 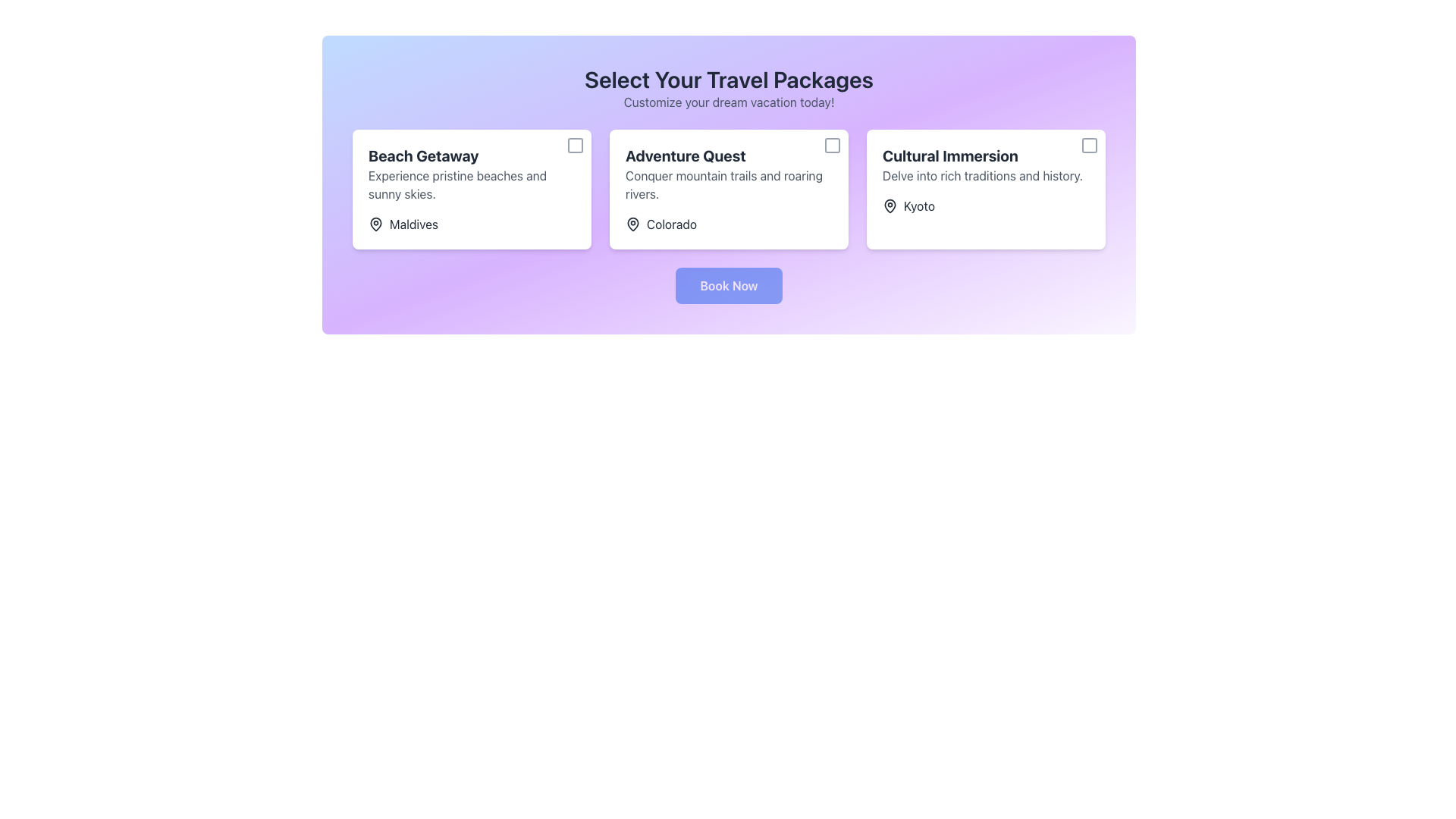 I want to click on the rightmost travel package card in the grid layout that provides information about a cultural experience in Kyoto, so click(x=986, y=189).